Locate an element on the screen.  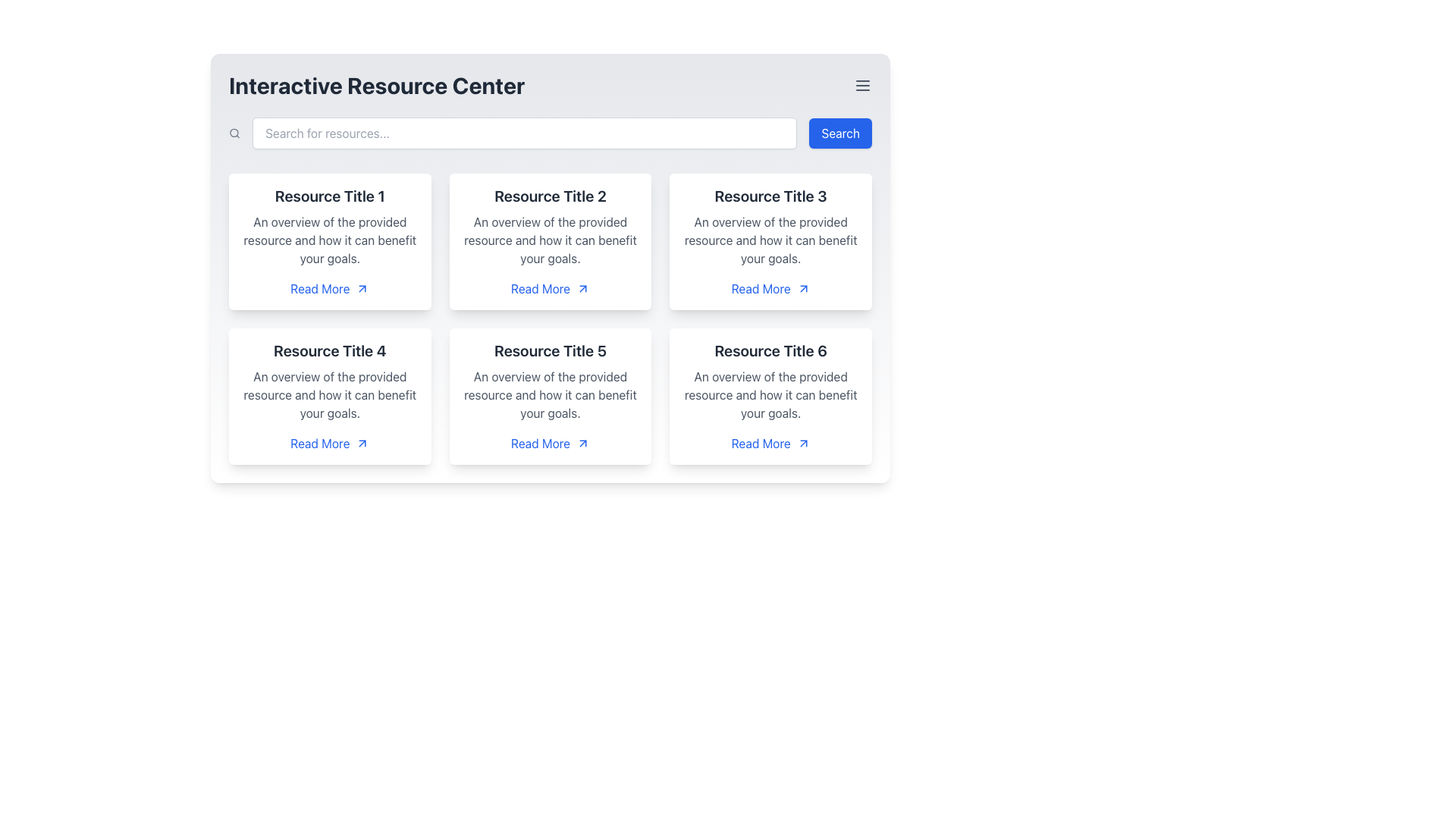
the 'Resource Title 1' text label in the top-left card of the grid layout, which serves as the title for the resource card is located at coordinates (329, 195).